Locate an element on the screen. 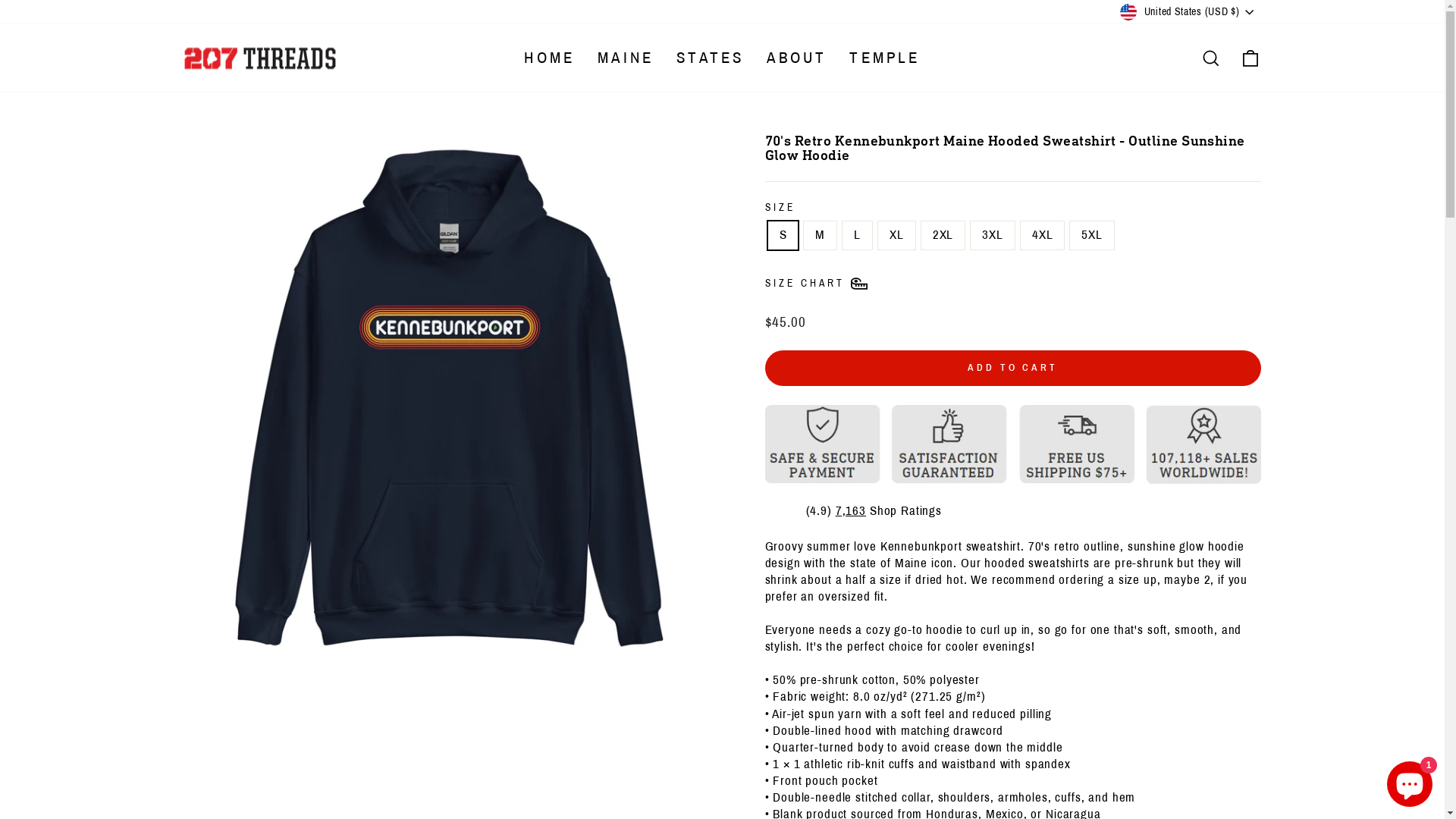  'ABOUT' is located at coordinates (755, 58).